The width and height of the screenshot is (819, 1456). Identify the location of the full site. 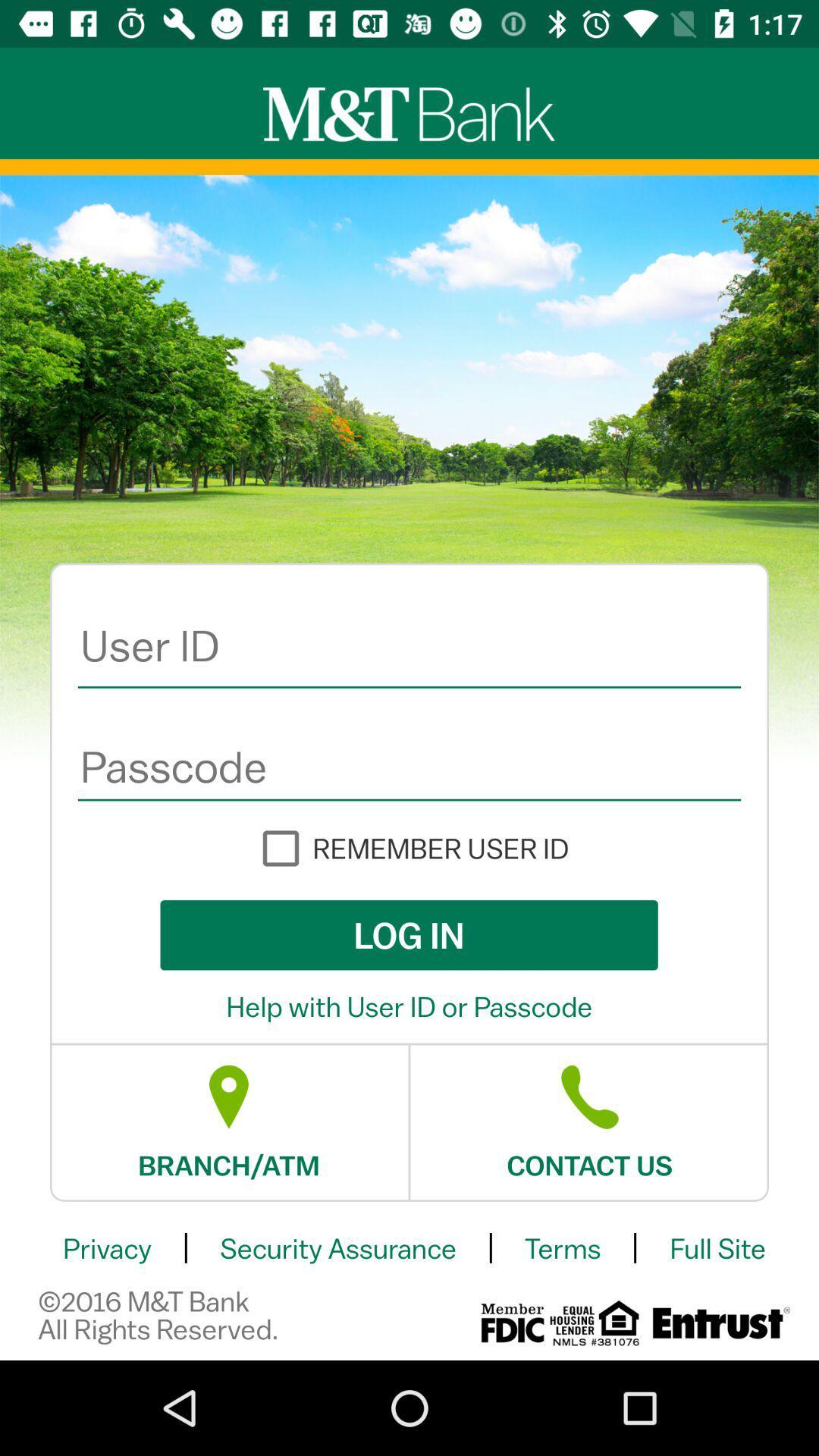
(717, 1248).